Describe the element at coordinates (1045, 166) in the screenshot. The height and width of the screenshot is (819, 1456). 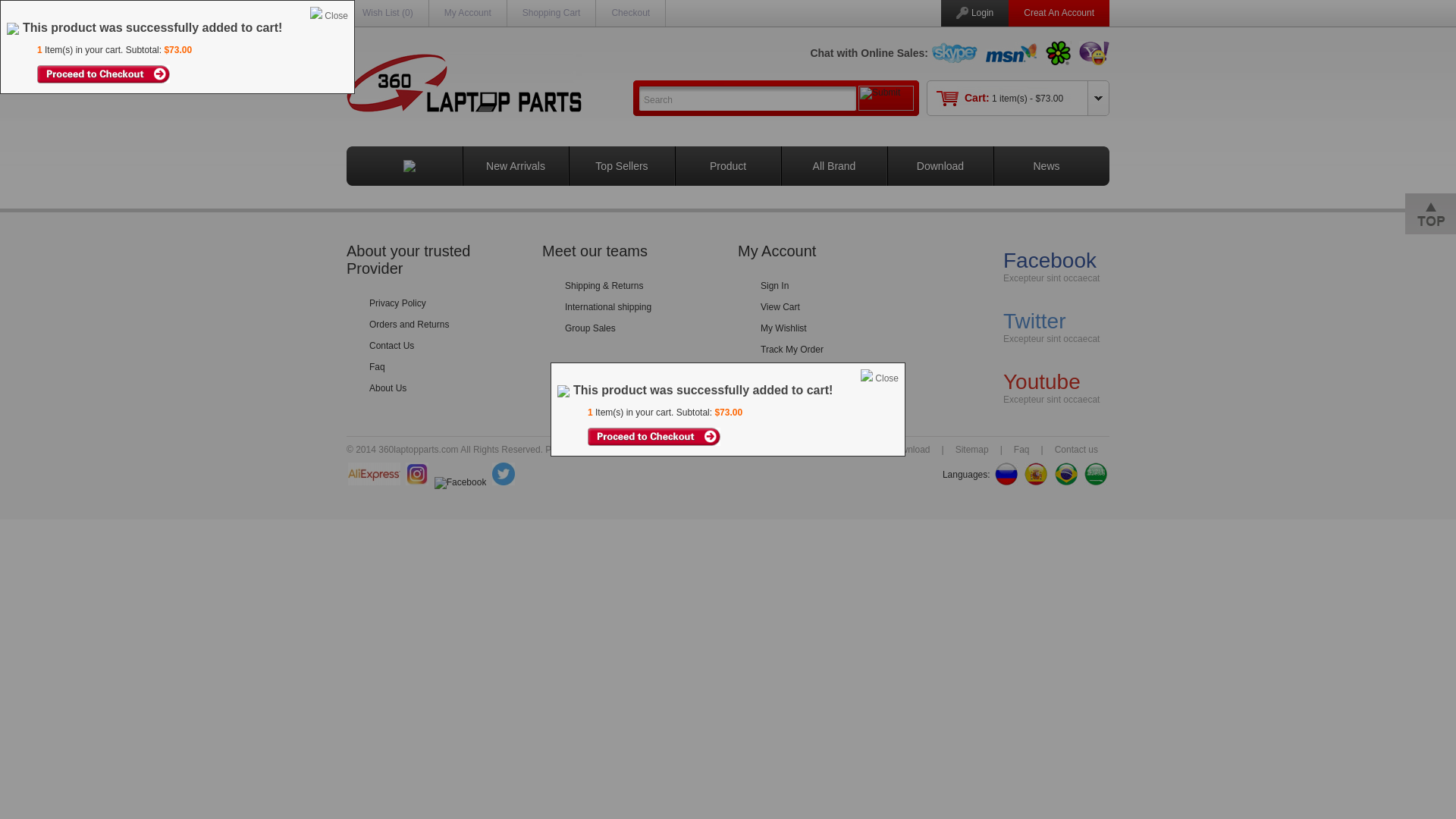
I see `'News'` at that location.